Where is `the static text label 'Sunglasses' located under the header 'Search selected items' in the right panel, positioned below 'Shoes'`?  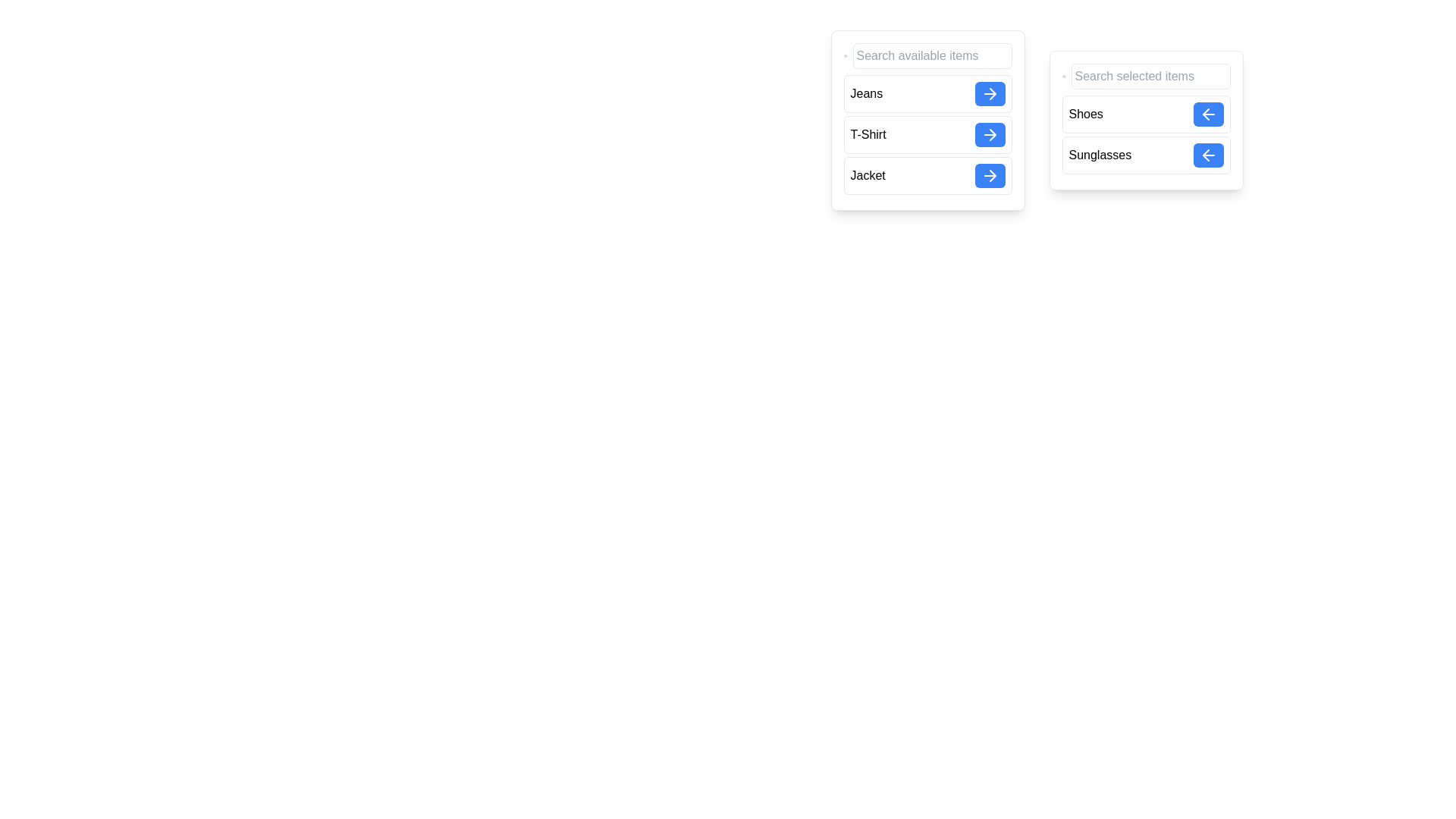 the static text label 'Sunglasses' located under the header 'Search selected items' in the right panel, positioned below 'Shoes' is located at coordinates (1100, 155).